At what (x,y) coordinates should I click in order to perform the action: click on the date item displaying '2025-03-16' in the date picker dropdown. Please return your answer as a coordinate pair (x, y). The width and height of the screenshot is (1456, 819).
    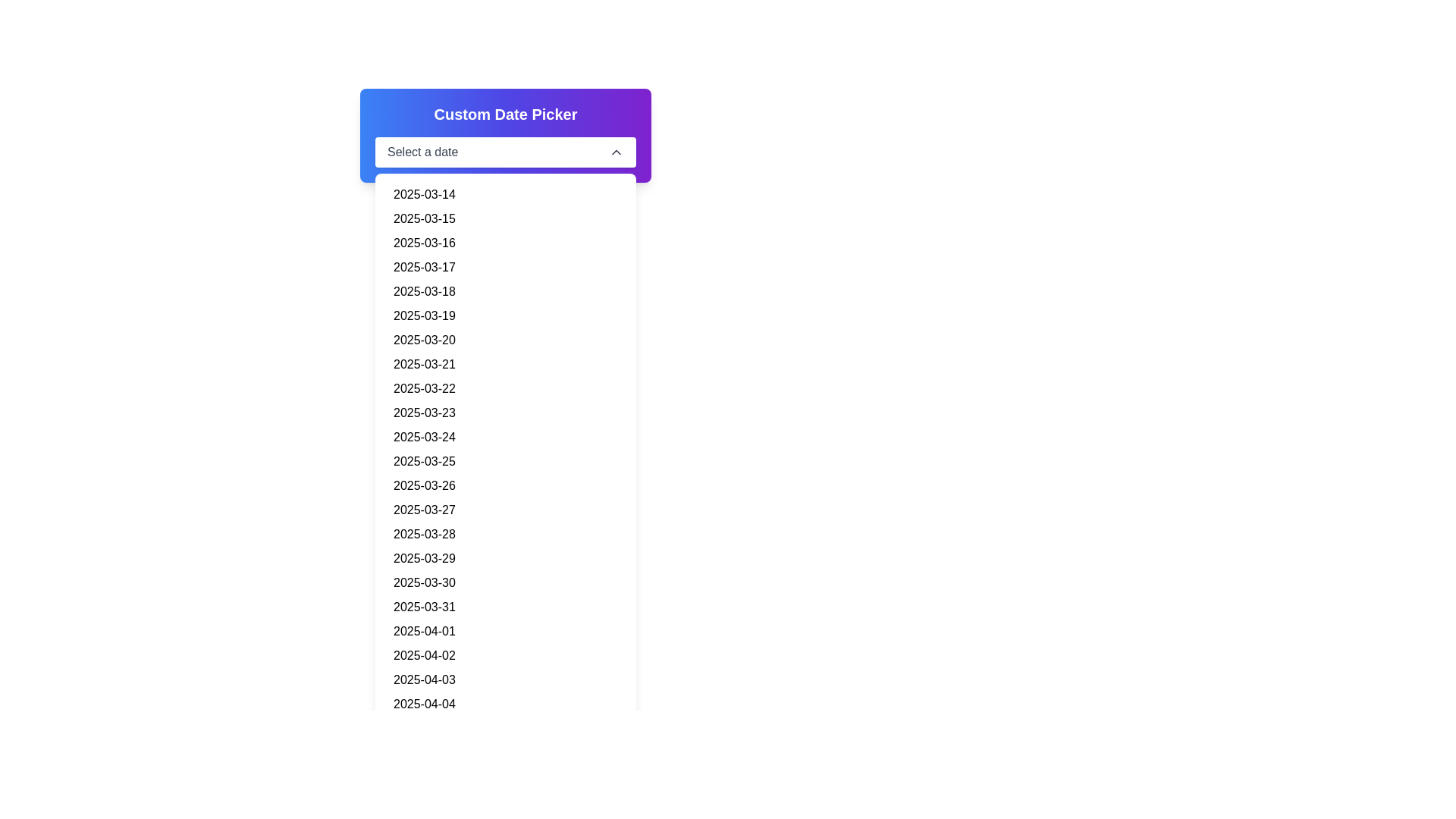
    Looking at the image, I should click on (506, 242).